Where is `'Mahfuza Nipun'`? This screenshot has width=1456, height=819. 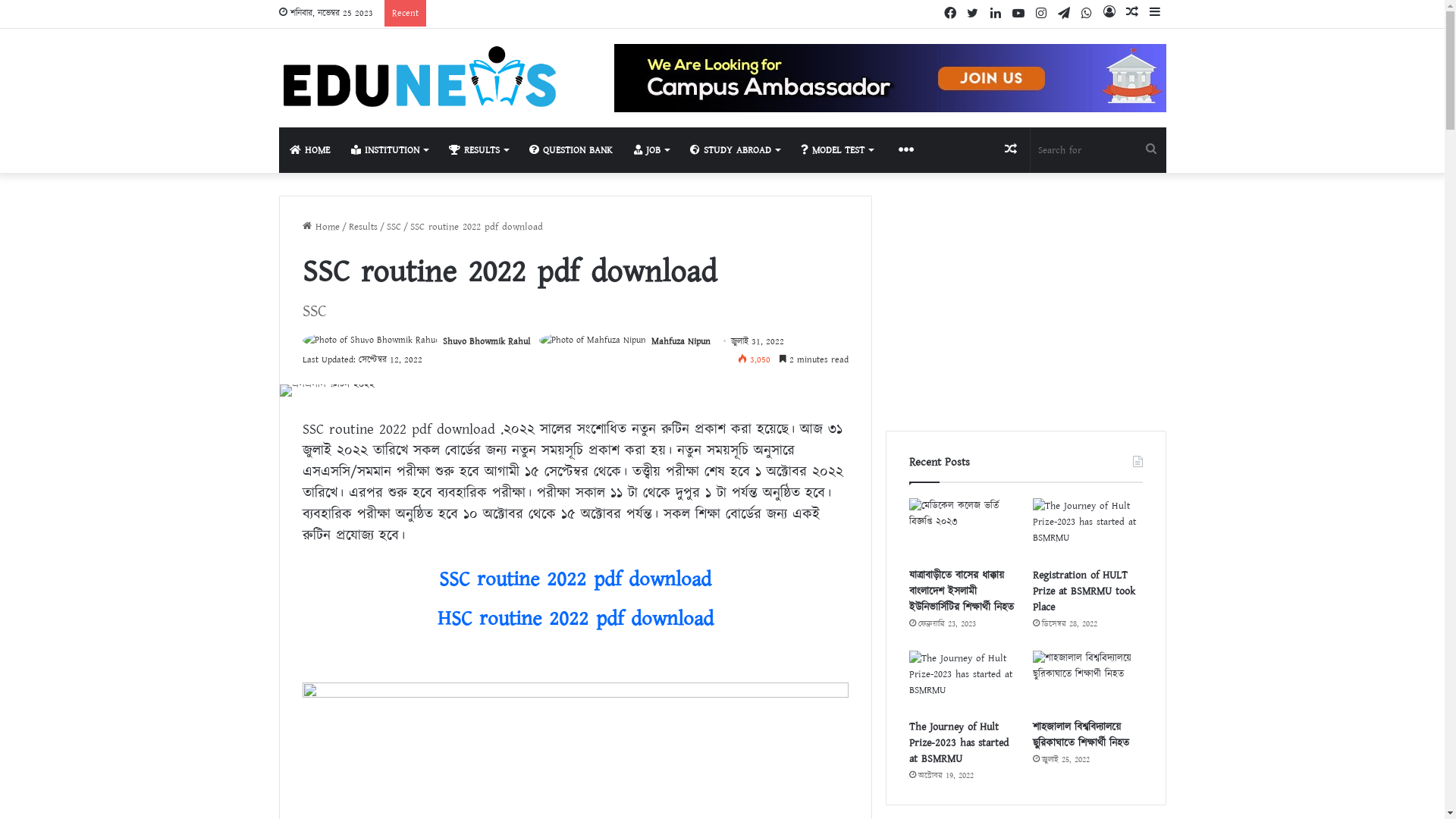
'Mahfuza Nipun' is located at coordinates (679, 341).